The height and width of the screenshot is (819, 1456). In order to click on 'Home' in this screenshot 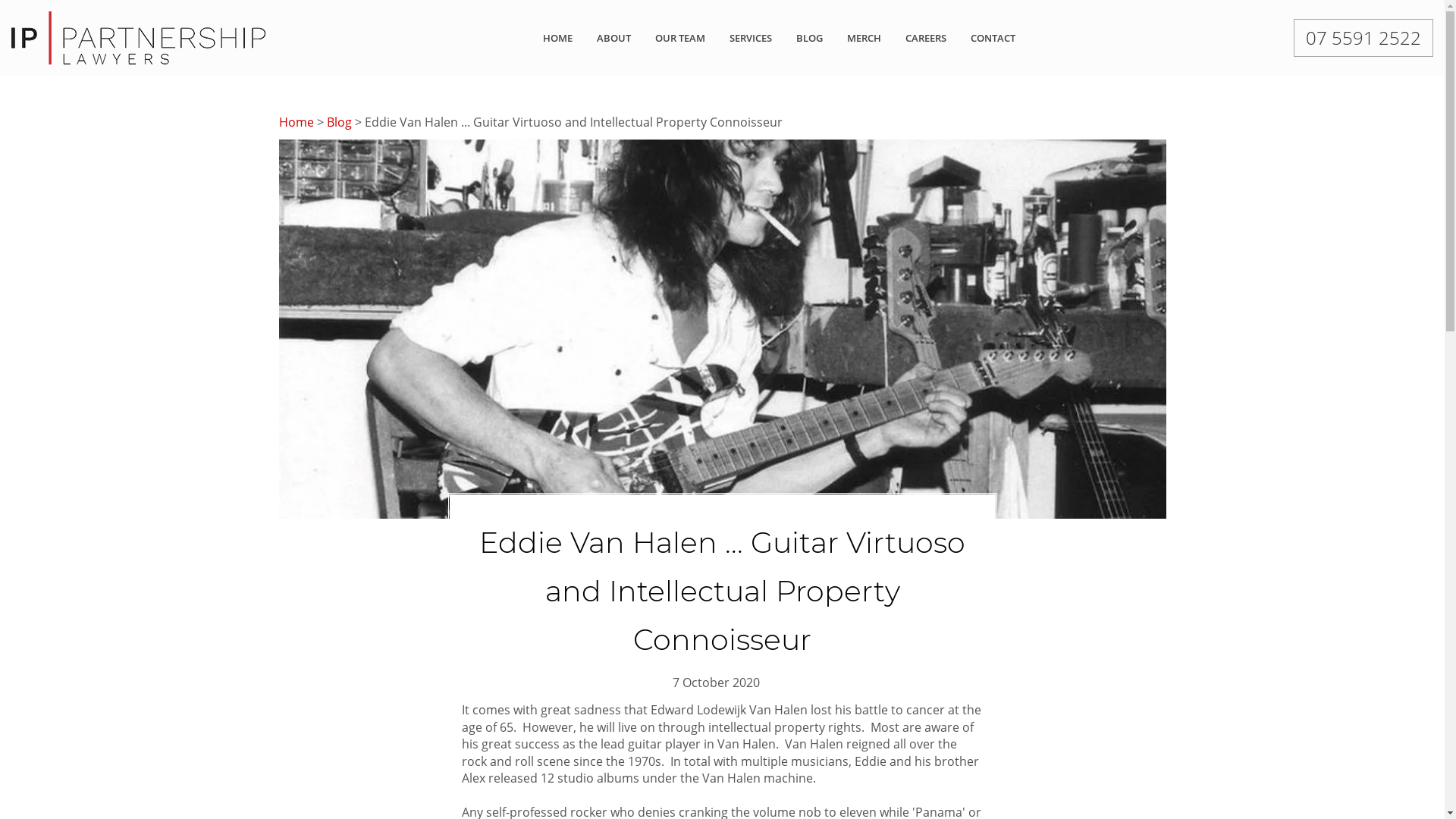, I will do `click(296, 121)`.